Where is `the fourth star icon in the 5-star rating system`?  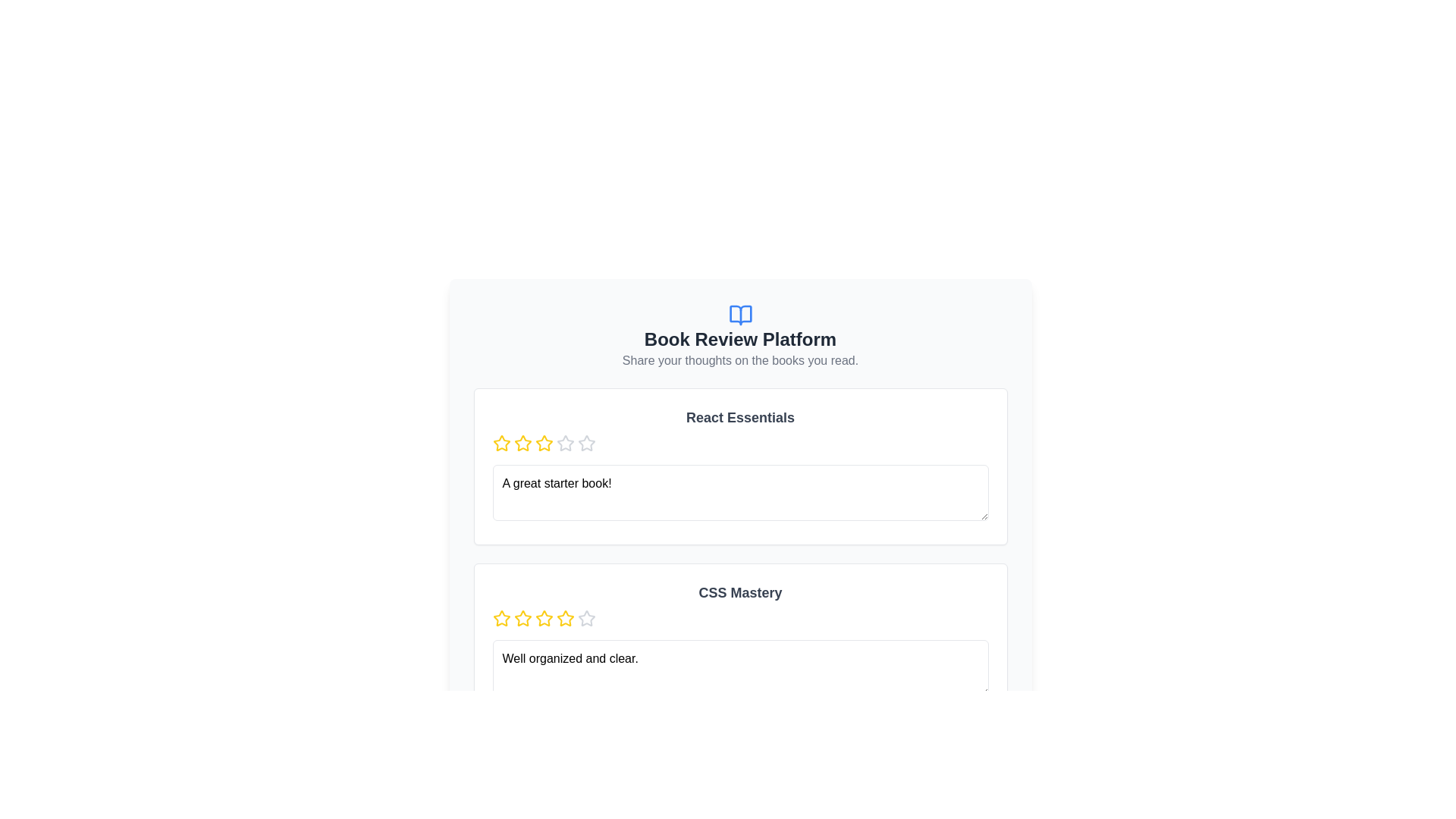 the fourth star icon in the 5-star rating system is located at coordinates (585, 618).